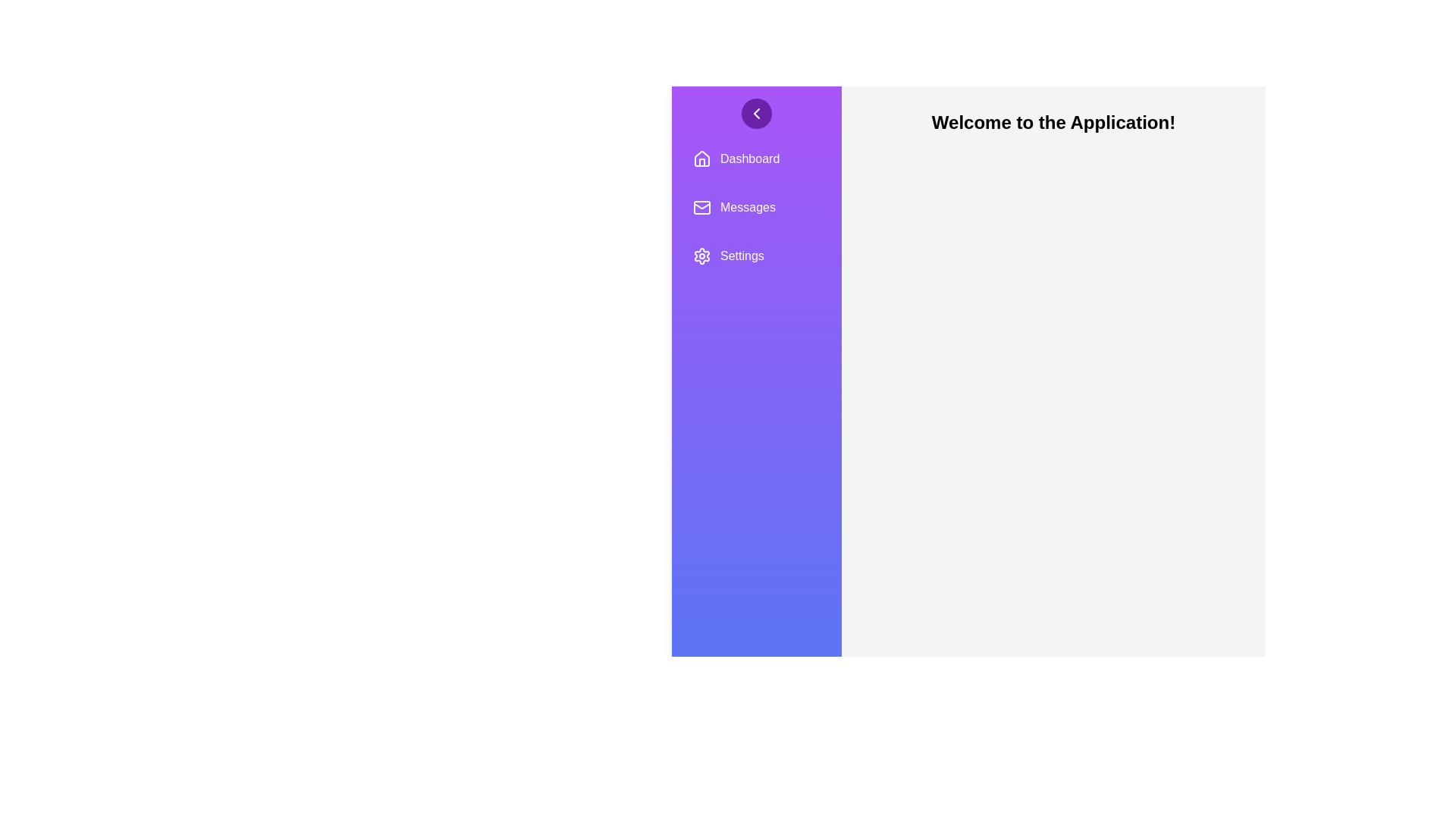 This screenshot has height=819, width=1456. I want to click on the gear-shaped icon representing settings, which is the first icon in the 'Settings' option within the vertical navigation menu on the left side of the application, so click(701, 256).